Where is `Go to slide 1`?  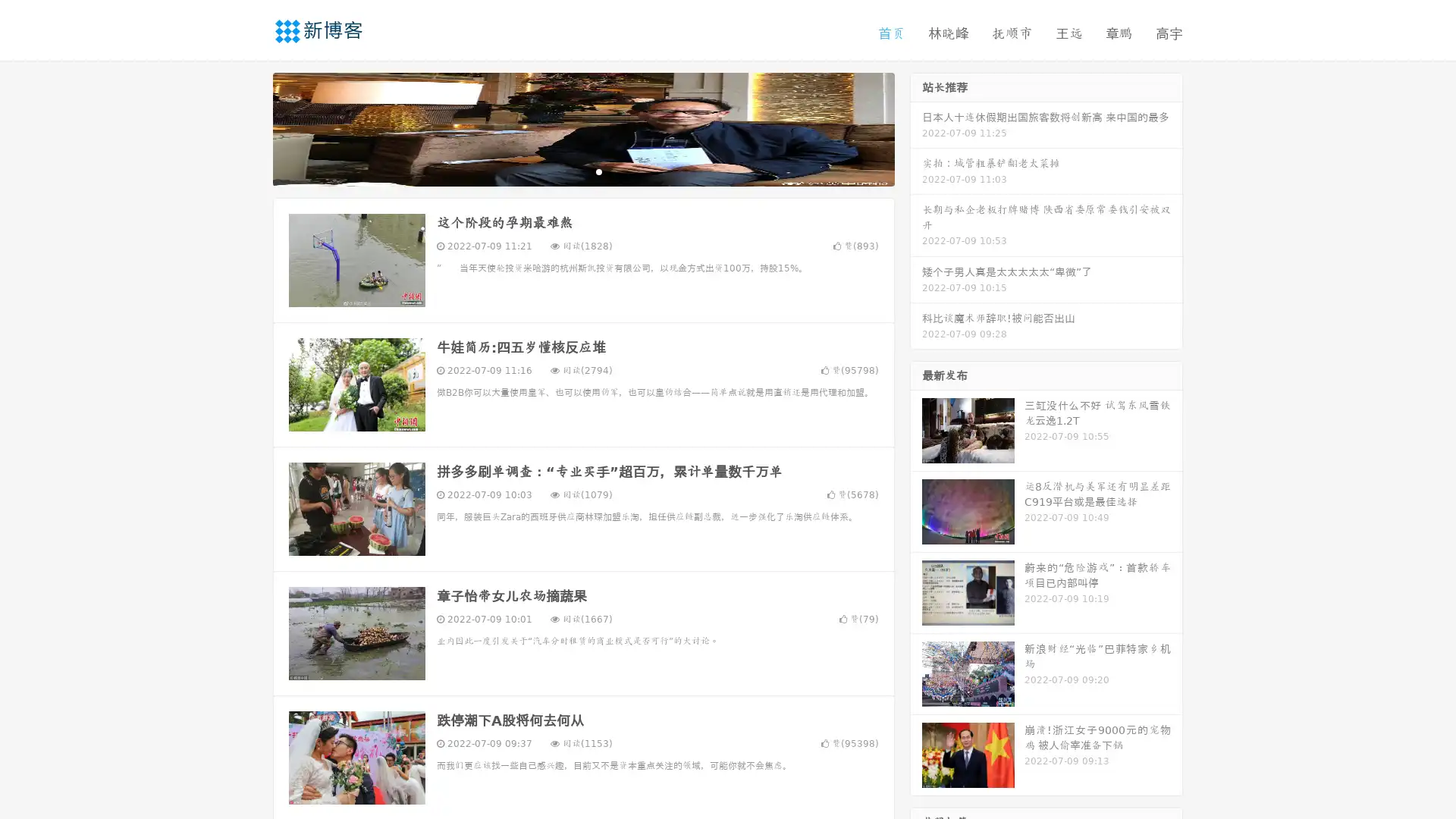
Go to slide 1 is located at coordinates (567, 171).